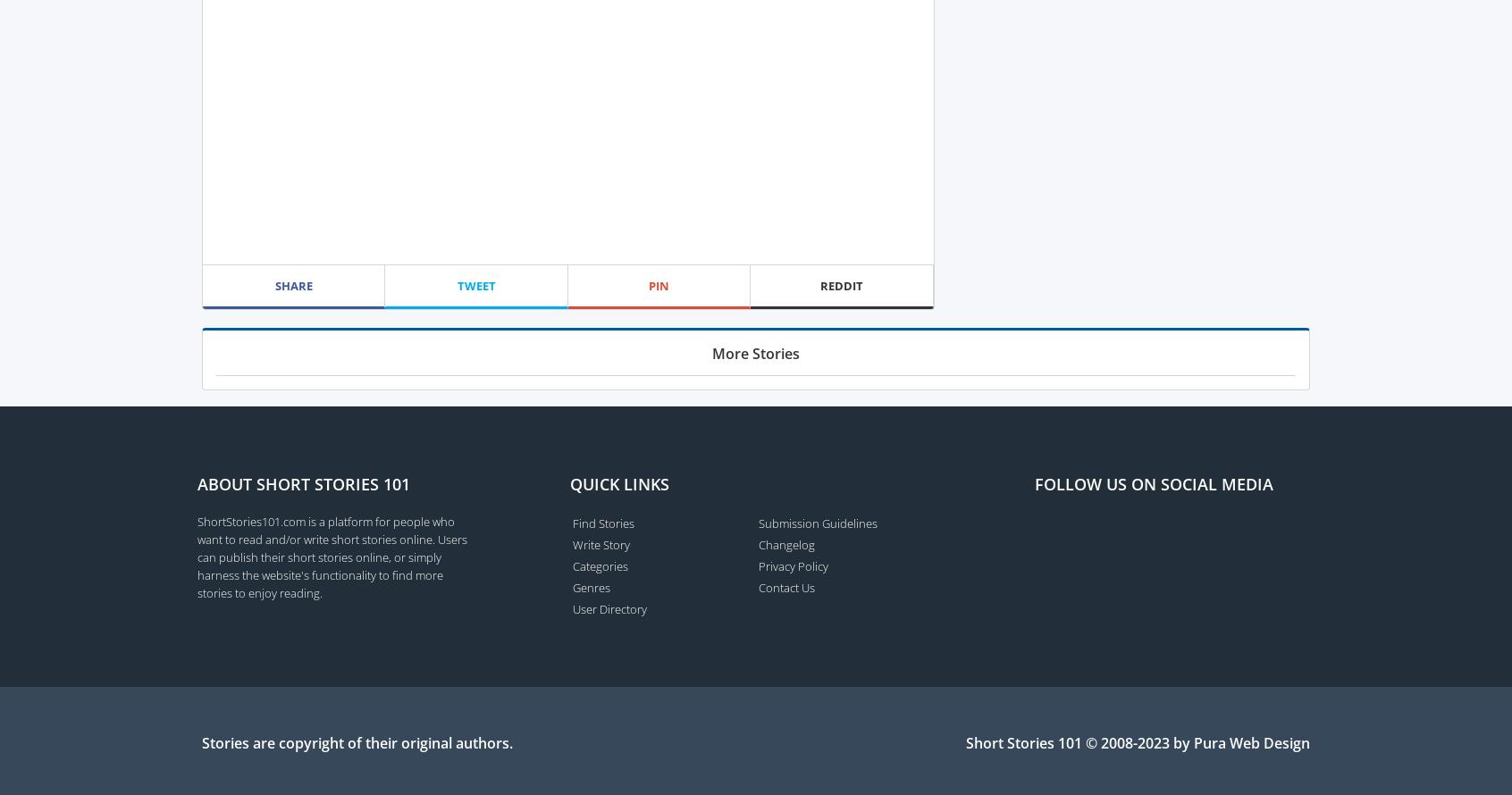 This screenshot has height=795, width=1512. I want to click on 'Pura Web Design', so click(1251, 741).